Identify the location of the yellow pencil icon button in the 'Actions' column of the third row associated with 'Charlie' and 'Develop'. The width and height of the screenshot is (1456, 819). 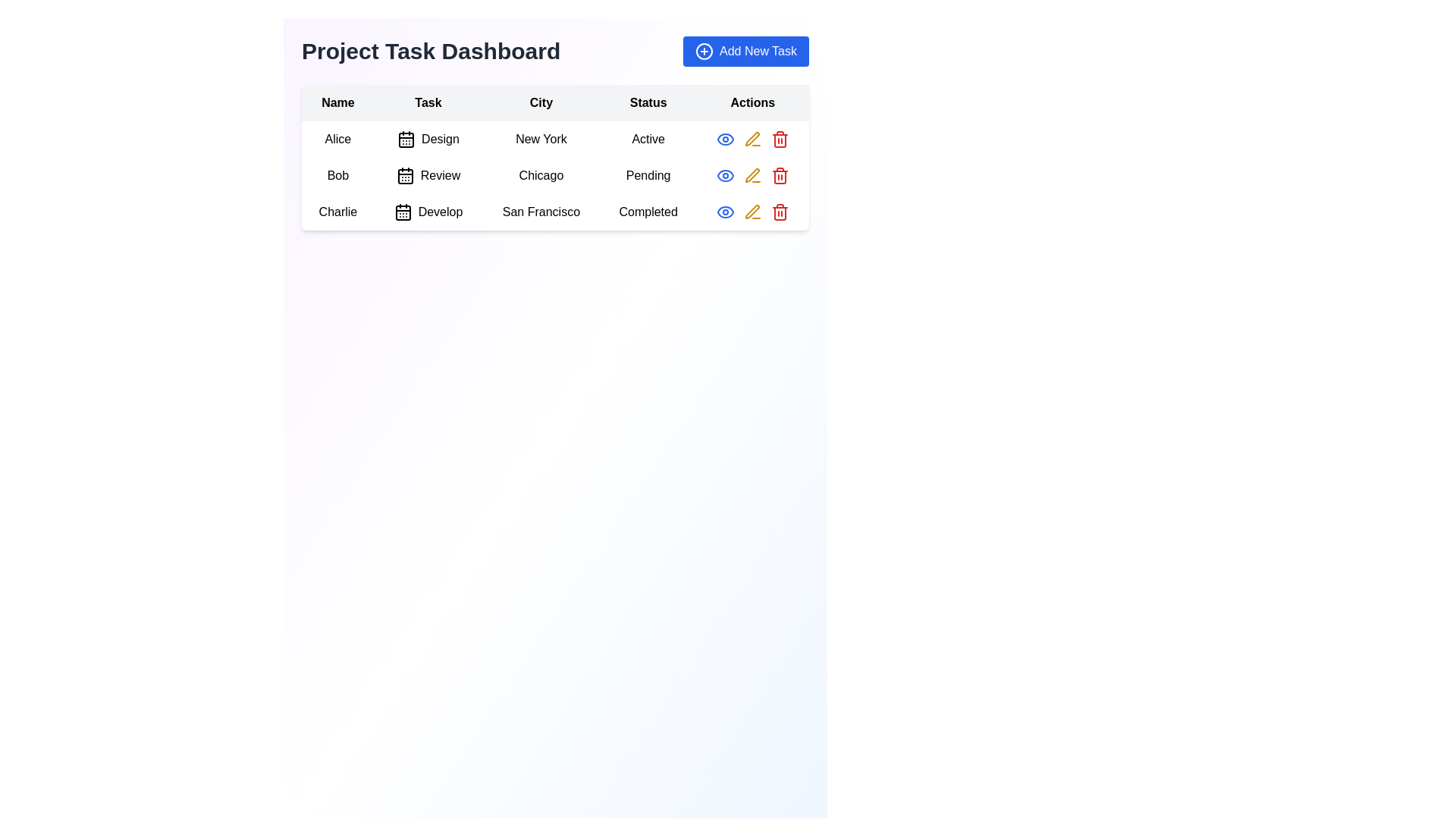
(752, 212).